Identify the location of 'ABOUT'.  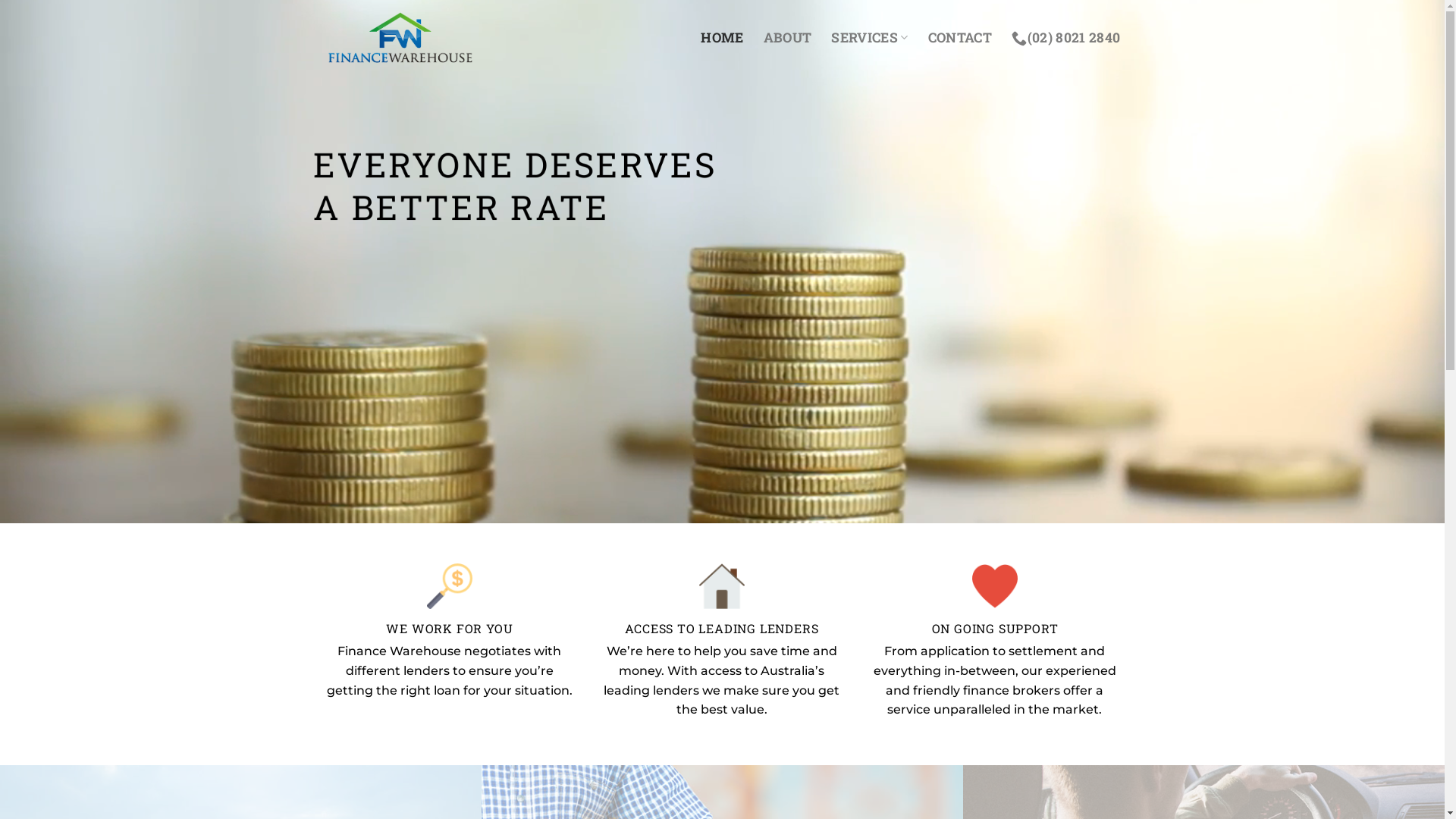
(787, 37).